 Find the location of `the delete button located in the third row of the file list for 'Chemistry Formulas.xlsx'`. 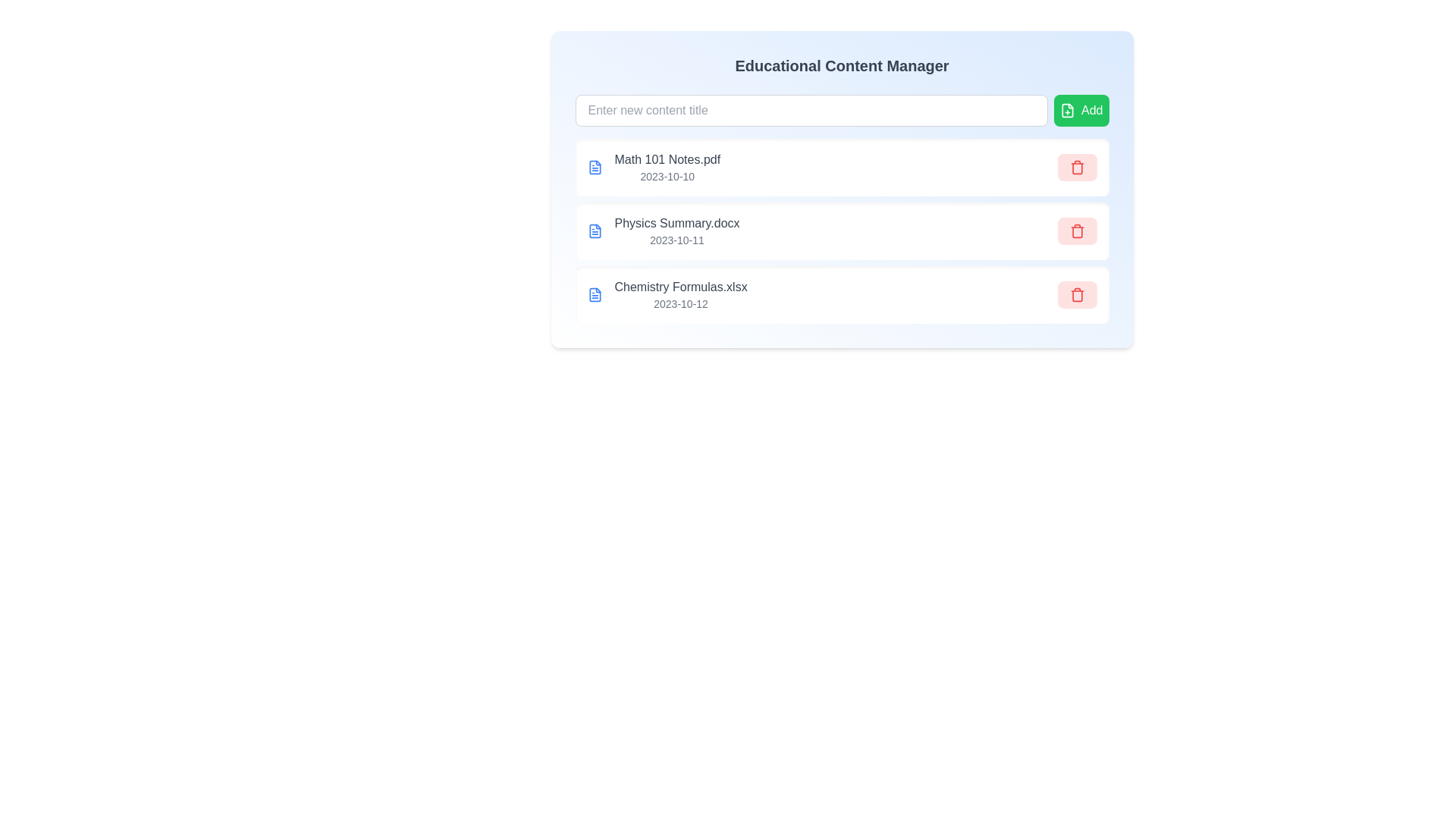

the delete button located in the third row of the file list for 'Chemistry Formulas.xlsx' is located at coordinates (1076, 296).